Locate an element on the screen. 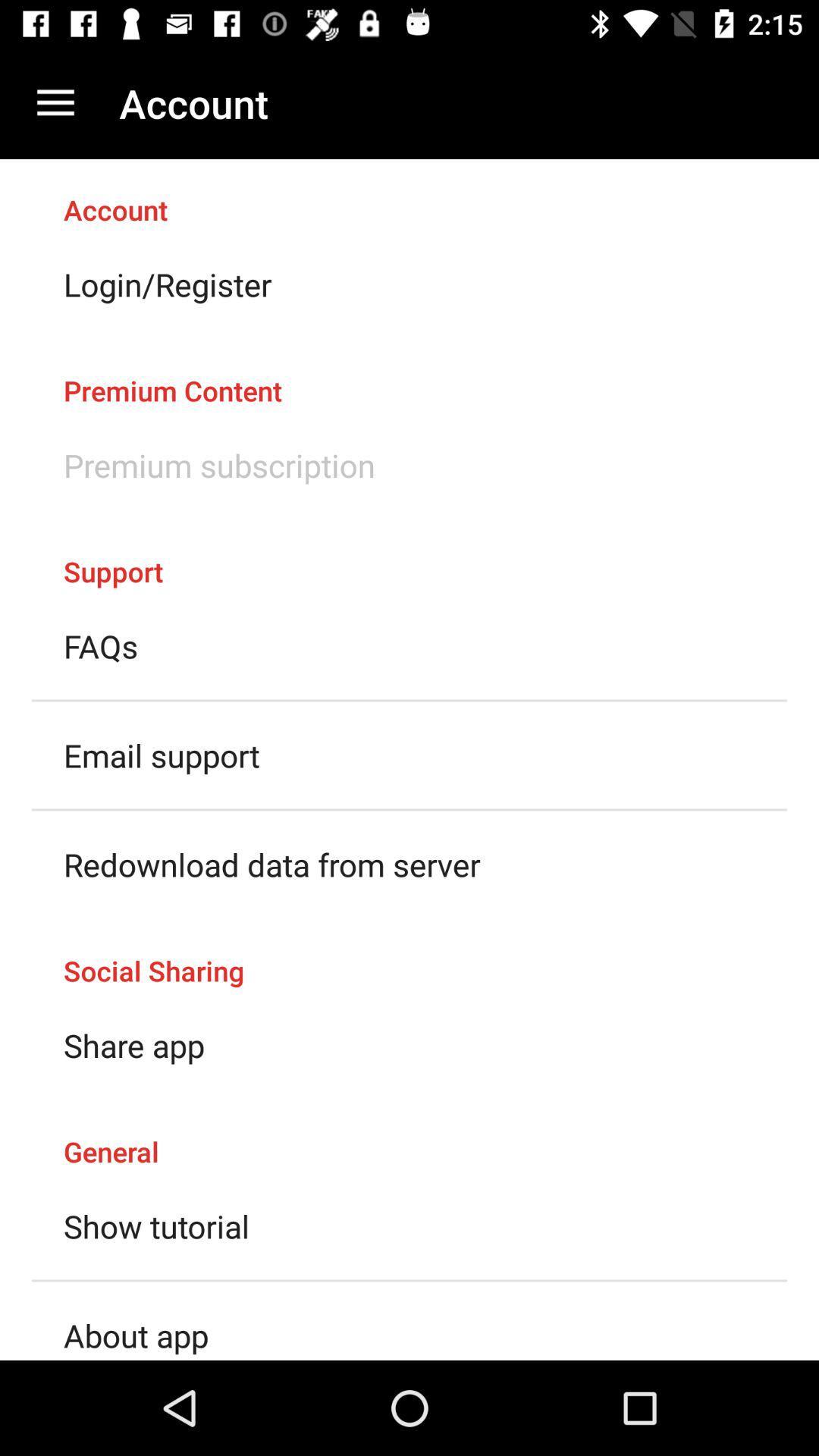  icon above account icon is located at coordinates (55, 102).